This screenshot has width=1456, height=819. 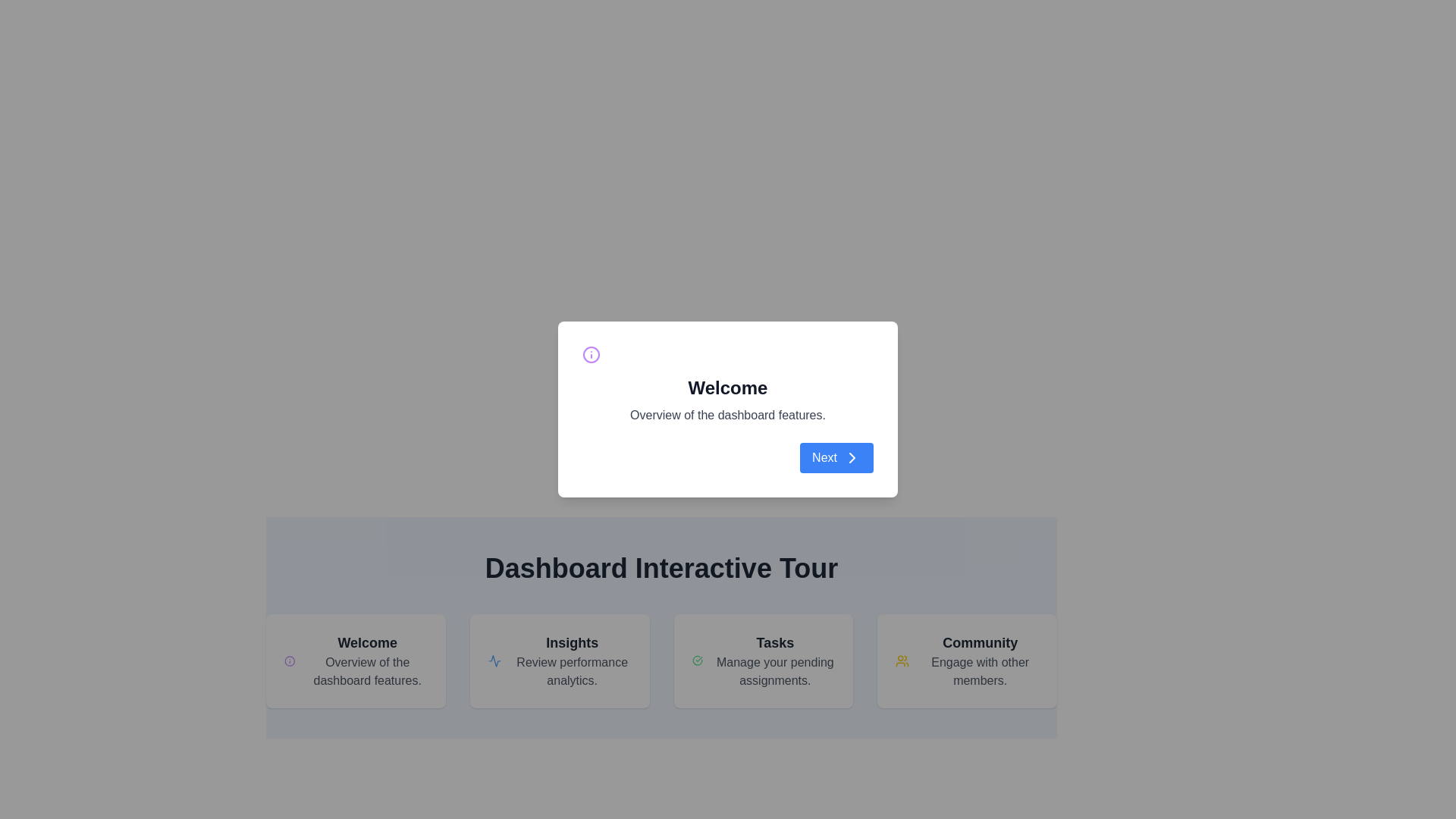 I want to click on the text block containing the phrase 'Review performance analytics.' which is centrally aligned and styled in gray, located beneath the 'Insights' heading, so click(x=571, y=671).